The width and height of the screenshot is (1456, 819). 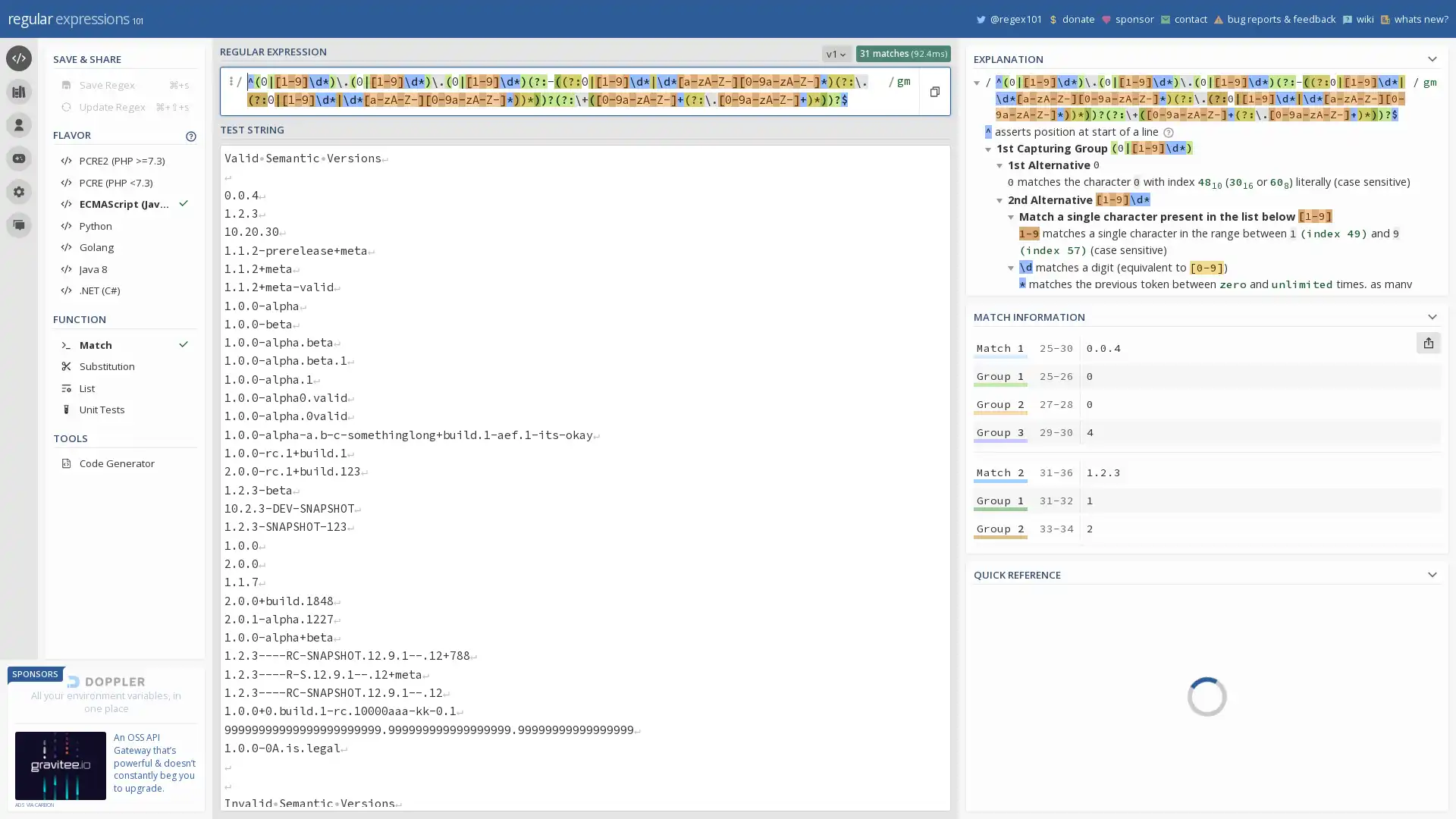 I want to click on Python, so click(x=124, y=225).